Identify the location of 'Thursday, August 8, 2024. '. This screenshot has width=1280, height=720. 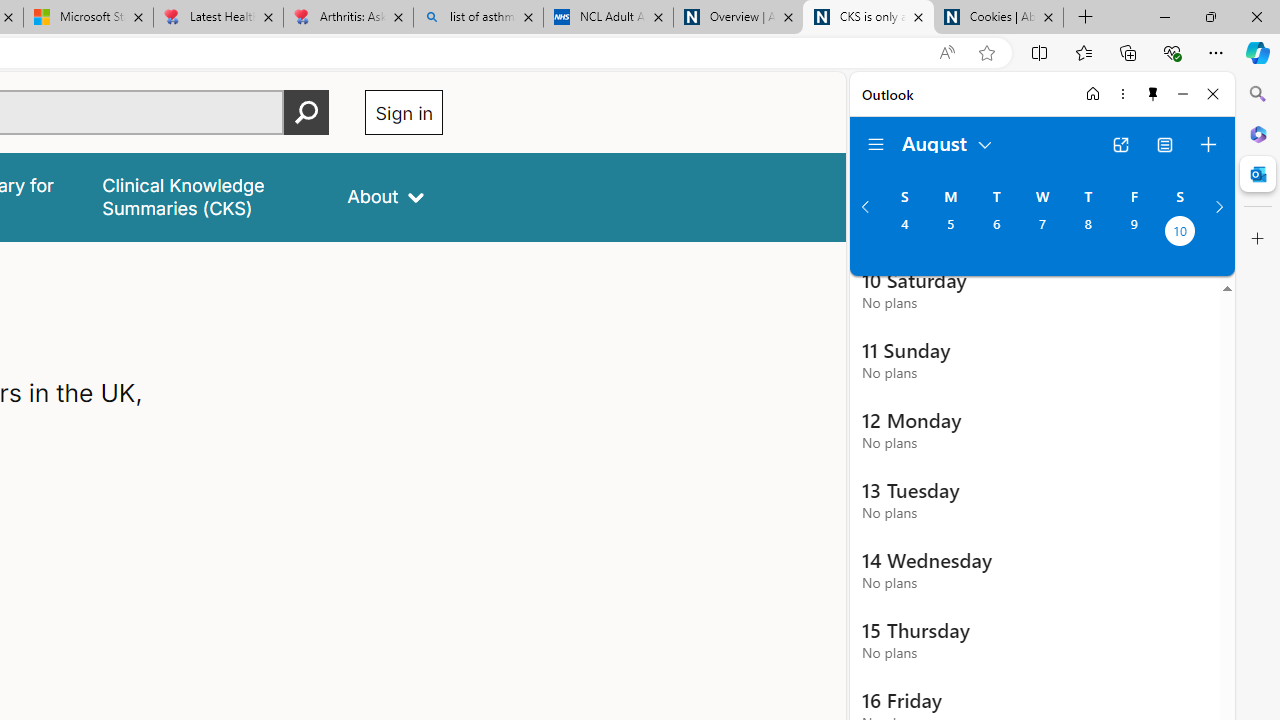
(1087, 232).